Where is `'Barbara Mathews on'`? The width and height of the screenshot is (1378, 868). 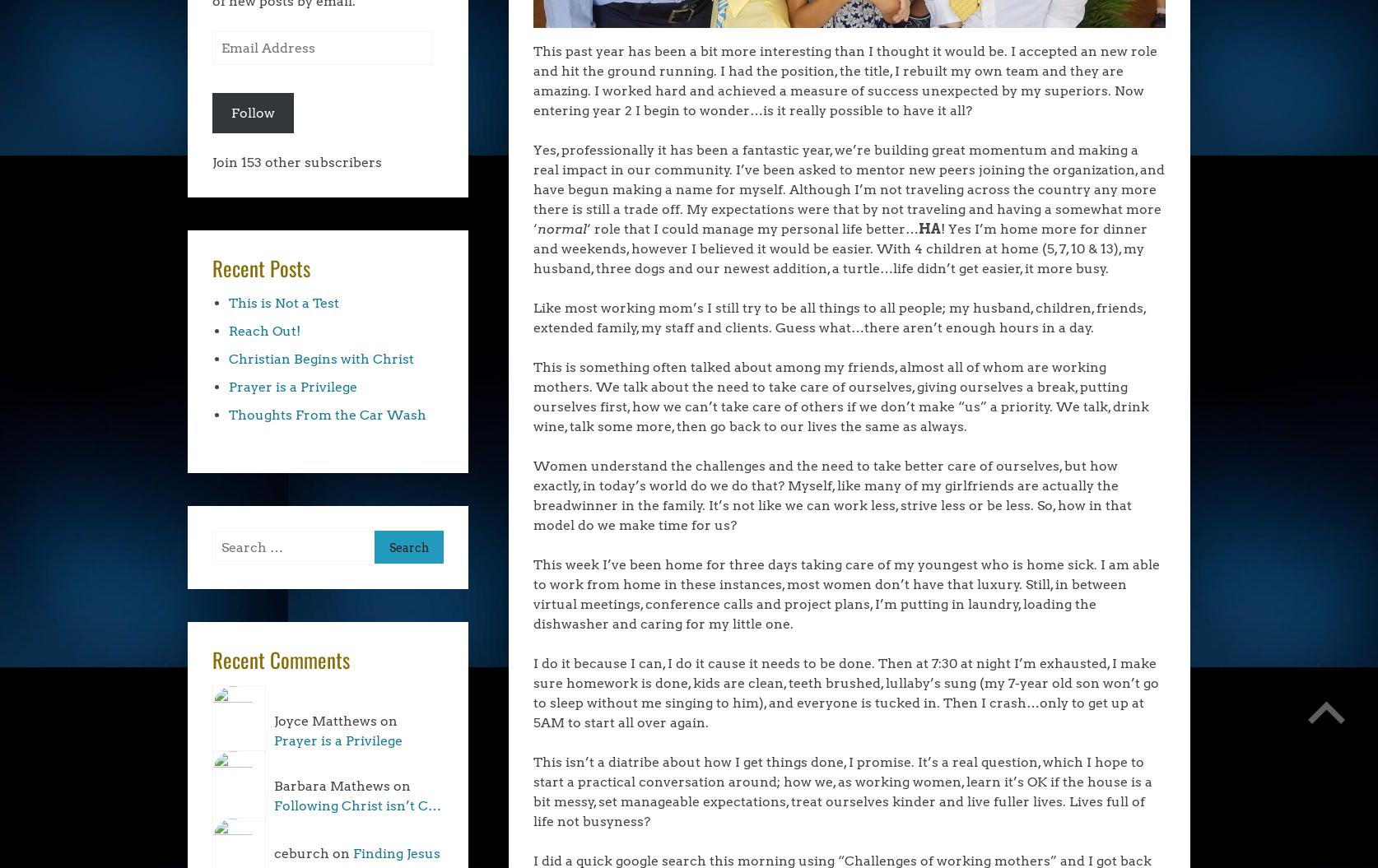 'Barbara Mathews on' is located at coordinates (342, 786).